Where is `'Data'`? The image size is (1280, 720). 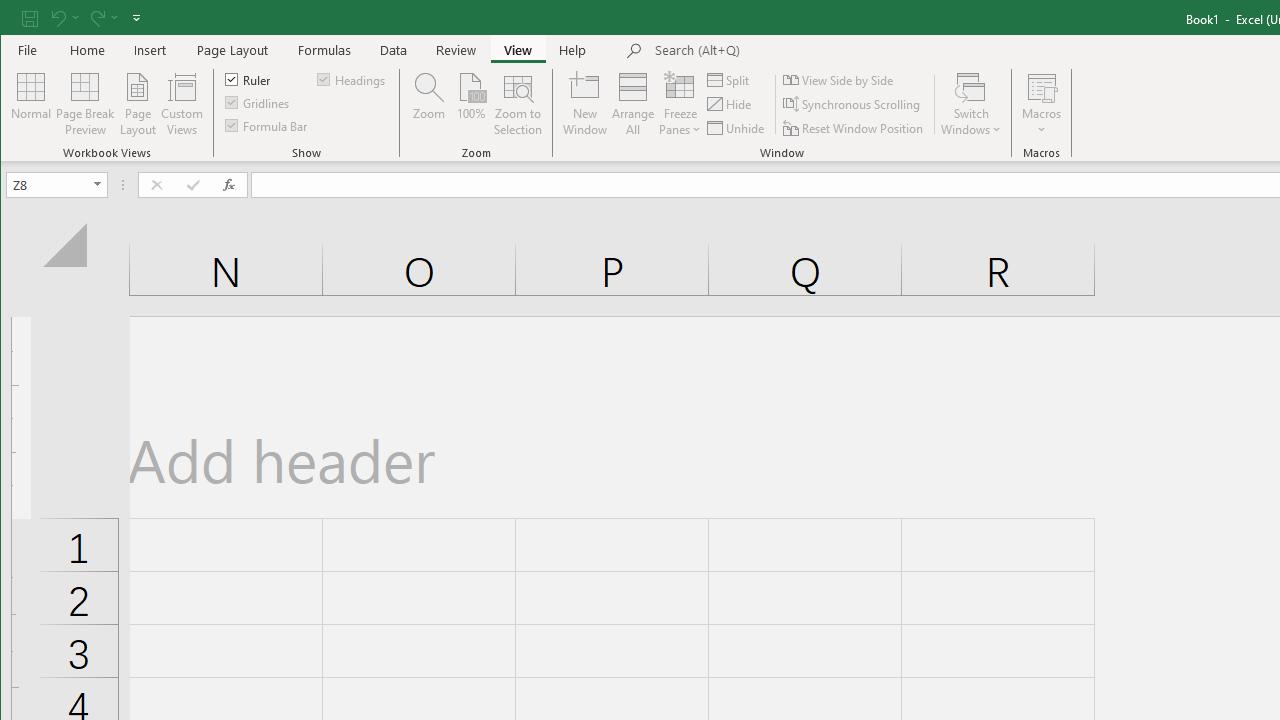
'Data' is located at coordinates (394, 49).